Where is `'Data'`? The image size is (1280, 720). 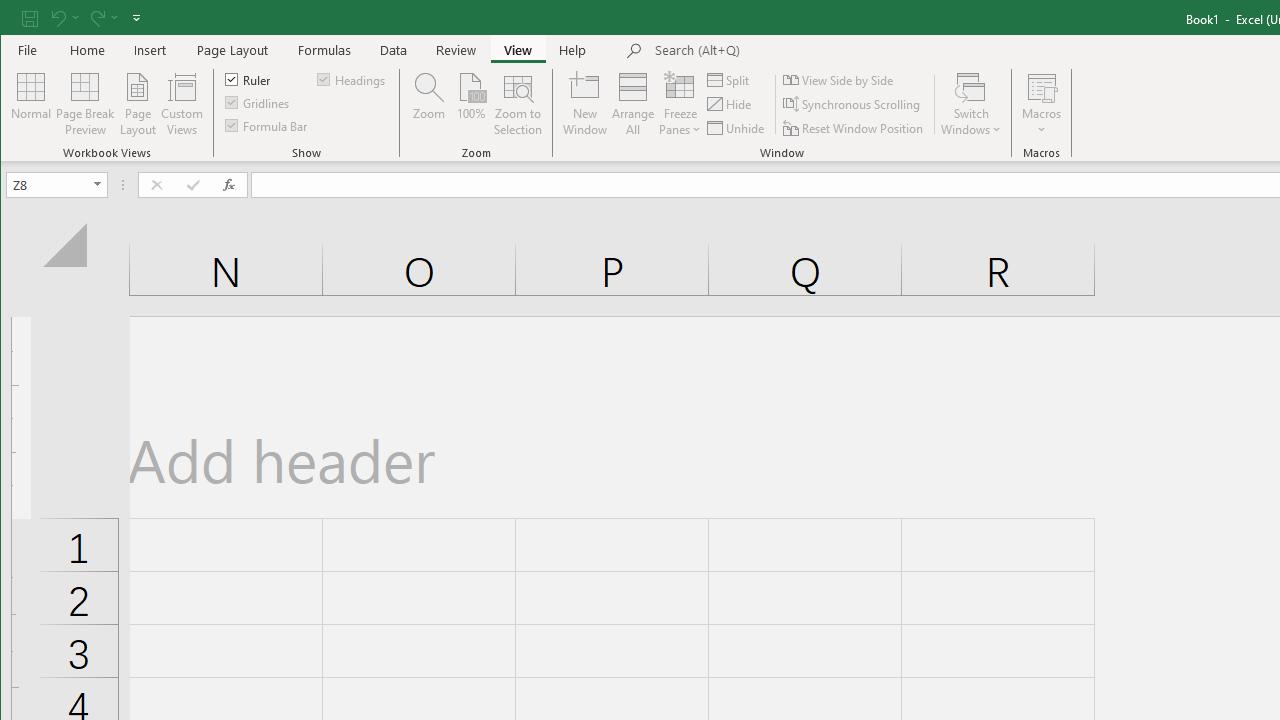
'Data' is located at coordinates (394, 49).